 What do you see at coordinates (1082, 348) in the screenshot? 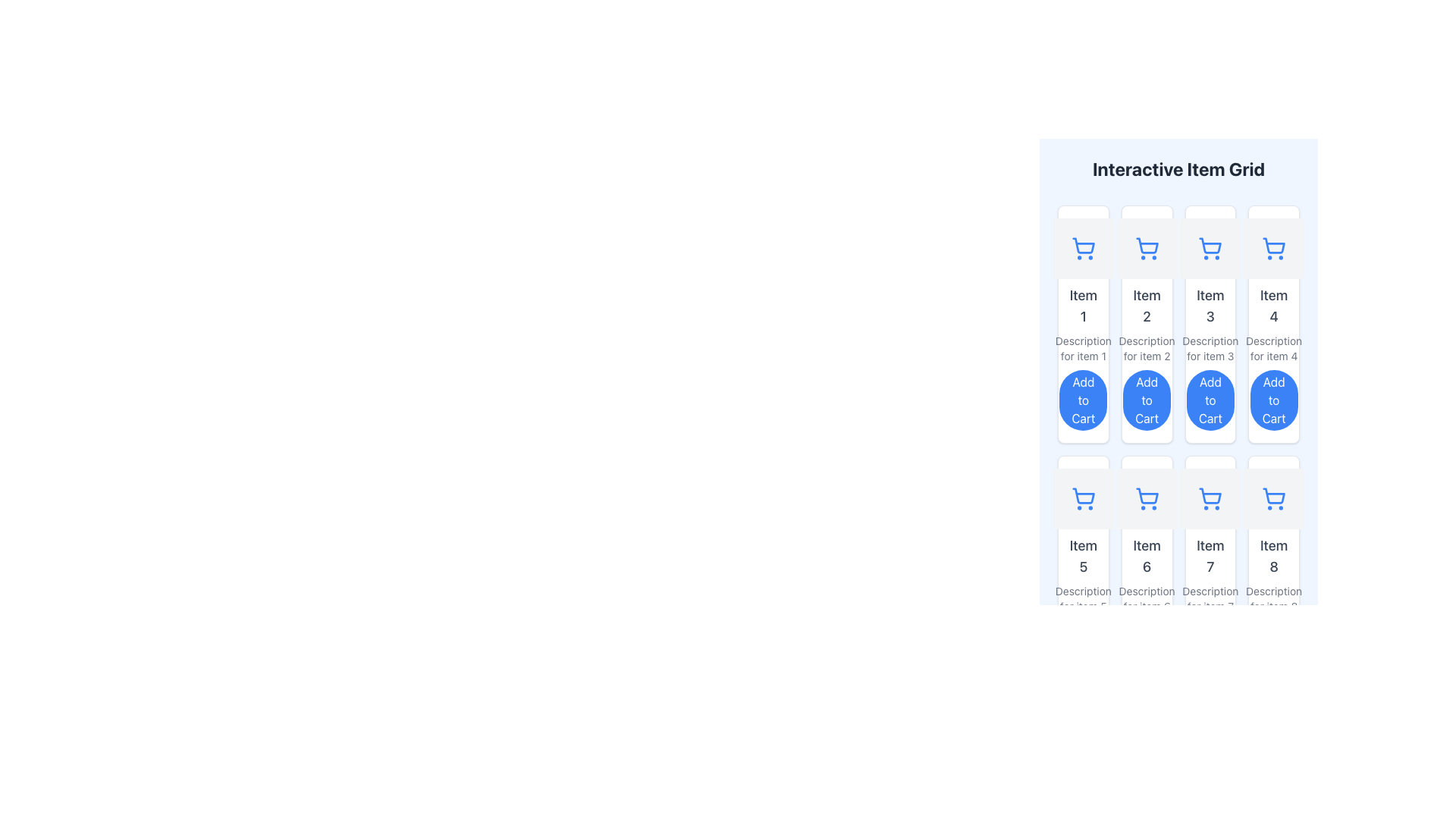
I see `the Text Label that provides additional information about 'Item 1', positioned below 'Item 1' and above the 'Add to Cart' button` at bounding box center [1082, 348].